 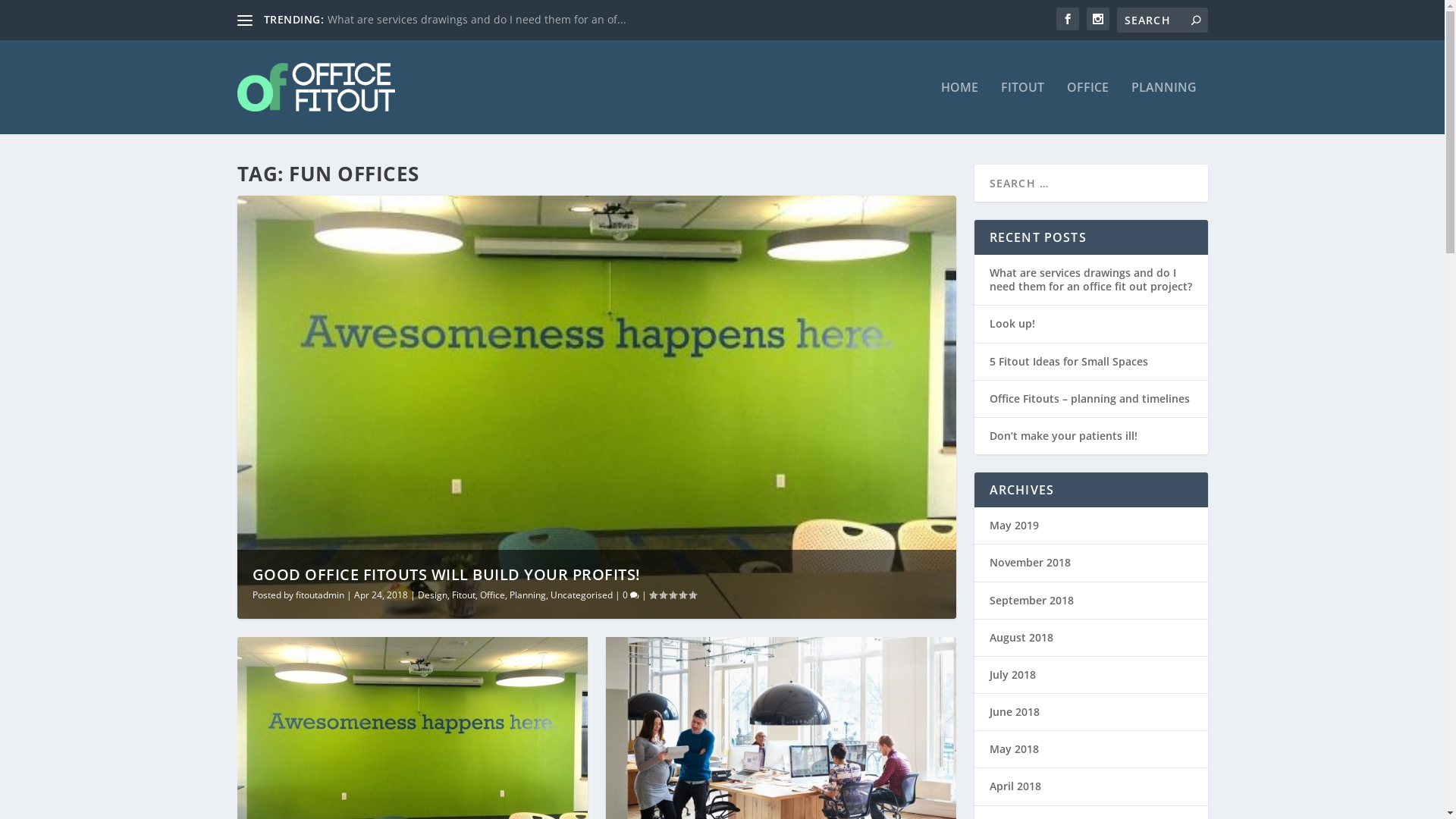 I want to click on 'September 2018', so click(x=1031, y=599).